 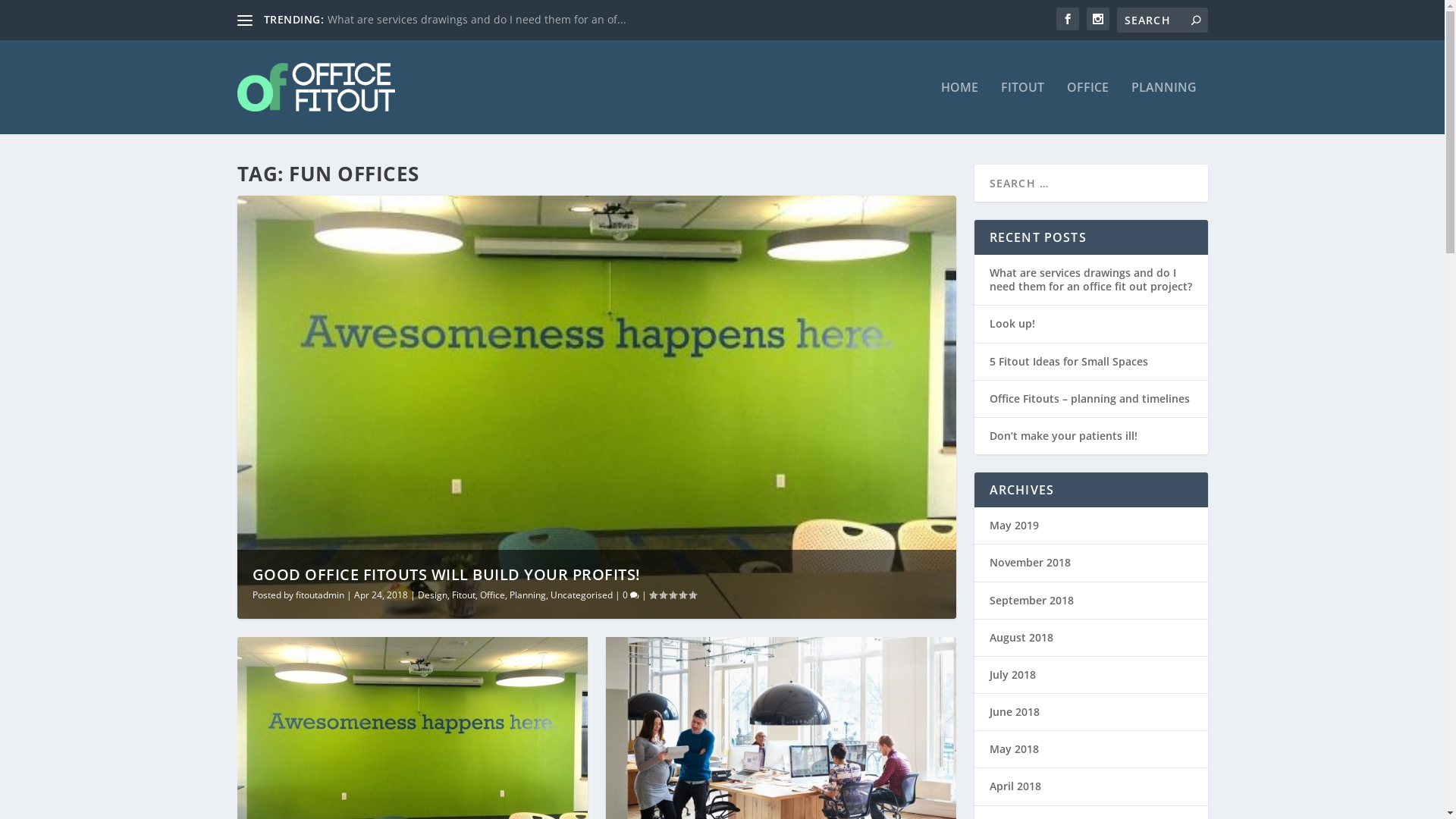 I want to click on 'September 2018', so click(x=1031, y=599).